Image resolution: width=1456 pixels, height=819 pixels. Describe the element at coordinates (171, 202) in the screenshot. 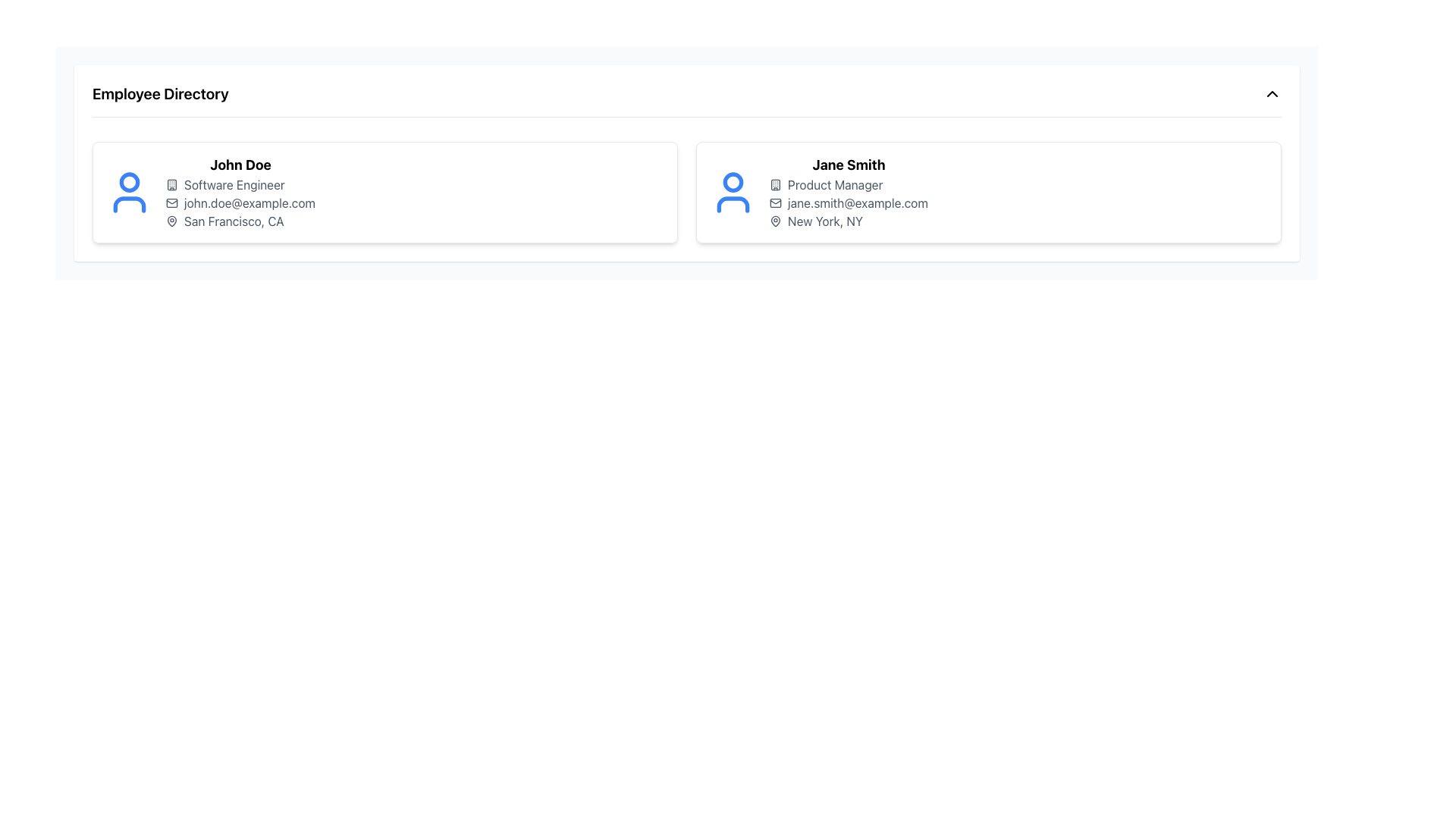

I see `the mail icon, which is a rectangular envelope shape with a triangular flap design, located adjacent to the text 'john.doe@example.com' in the employee information card for 'John Doe', through accessibility actions` at that location.